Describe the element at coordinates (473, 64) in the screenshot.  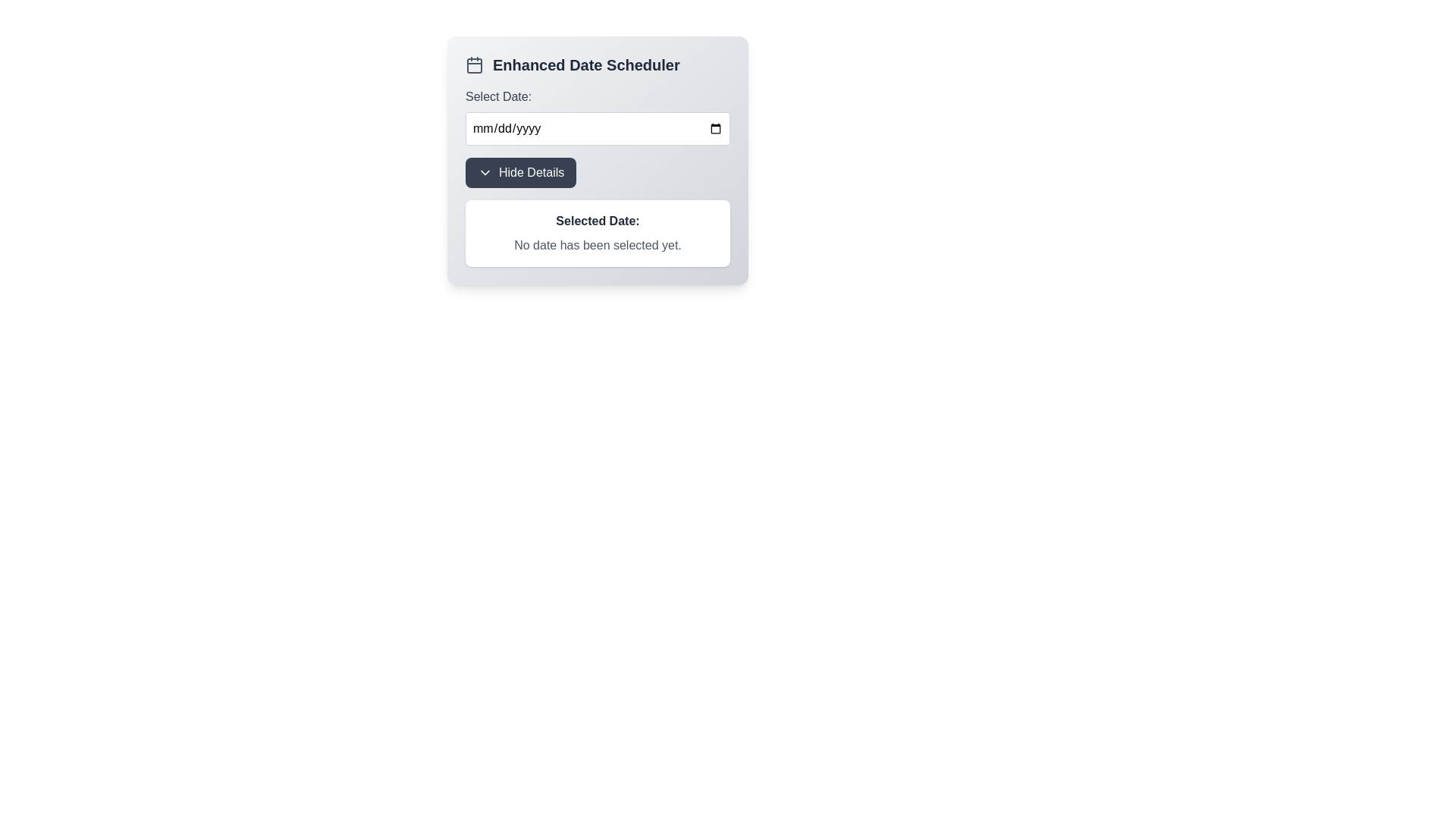
I see `the calendar icon, which is a minimalistic black-and-white design positioned to the left of the 'Enhanced Date Scheduler' label` at that location.